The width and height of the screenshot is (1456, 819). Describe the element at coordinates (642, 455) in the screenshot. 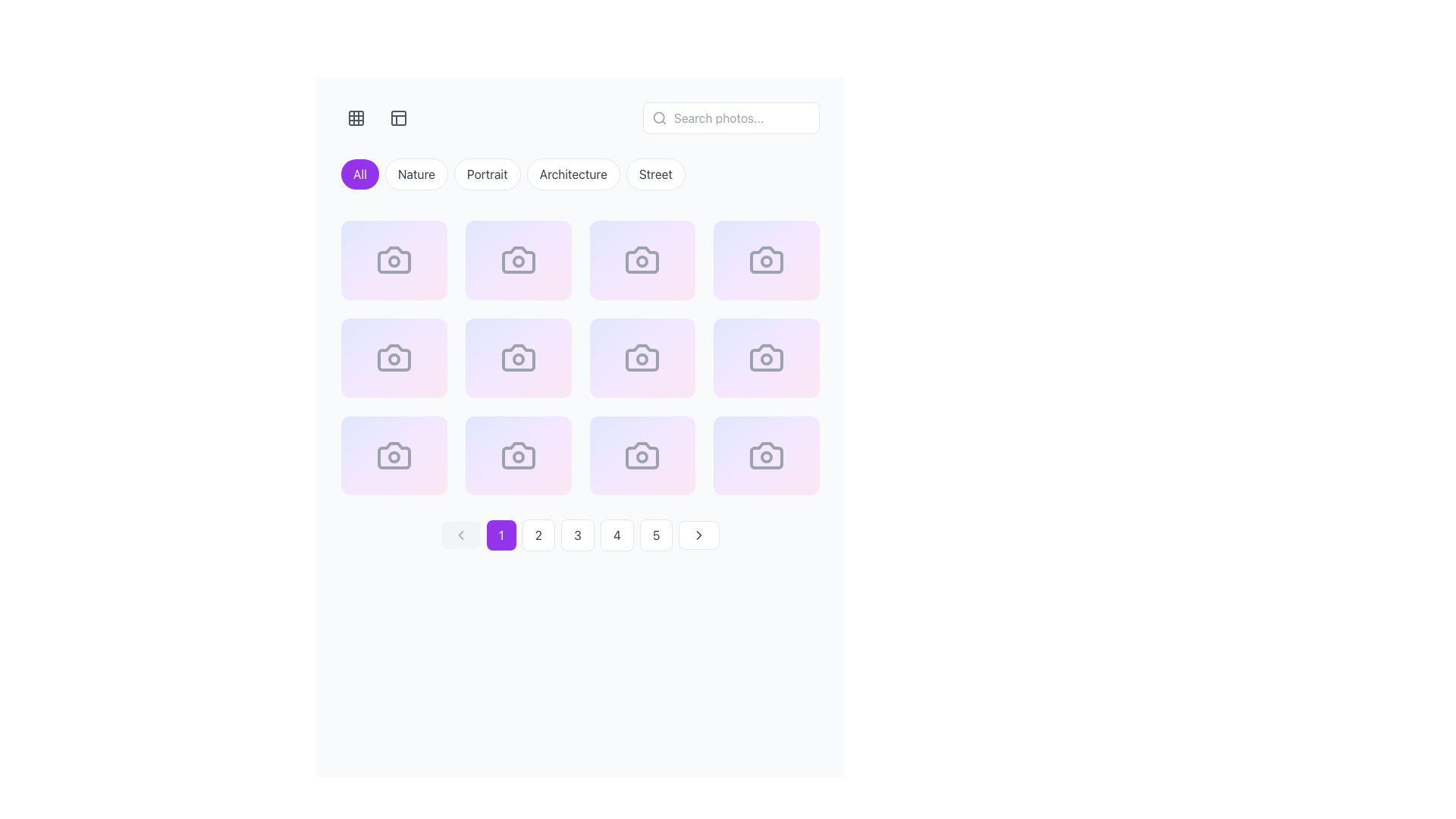

I see `the second to last item` at that location.